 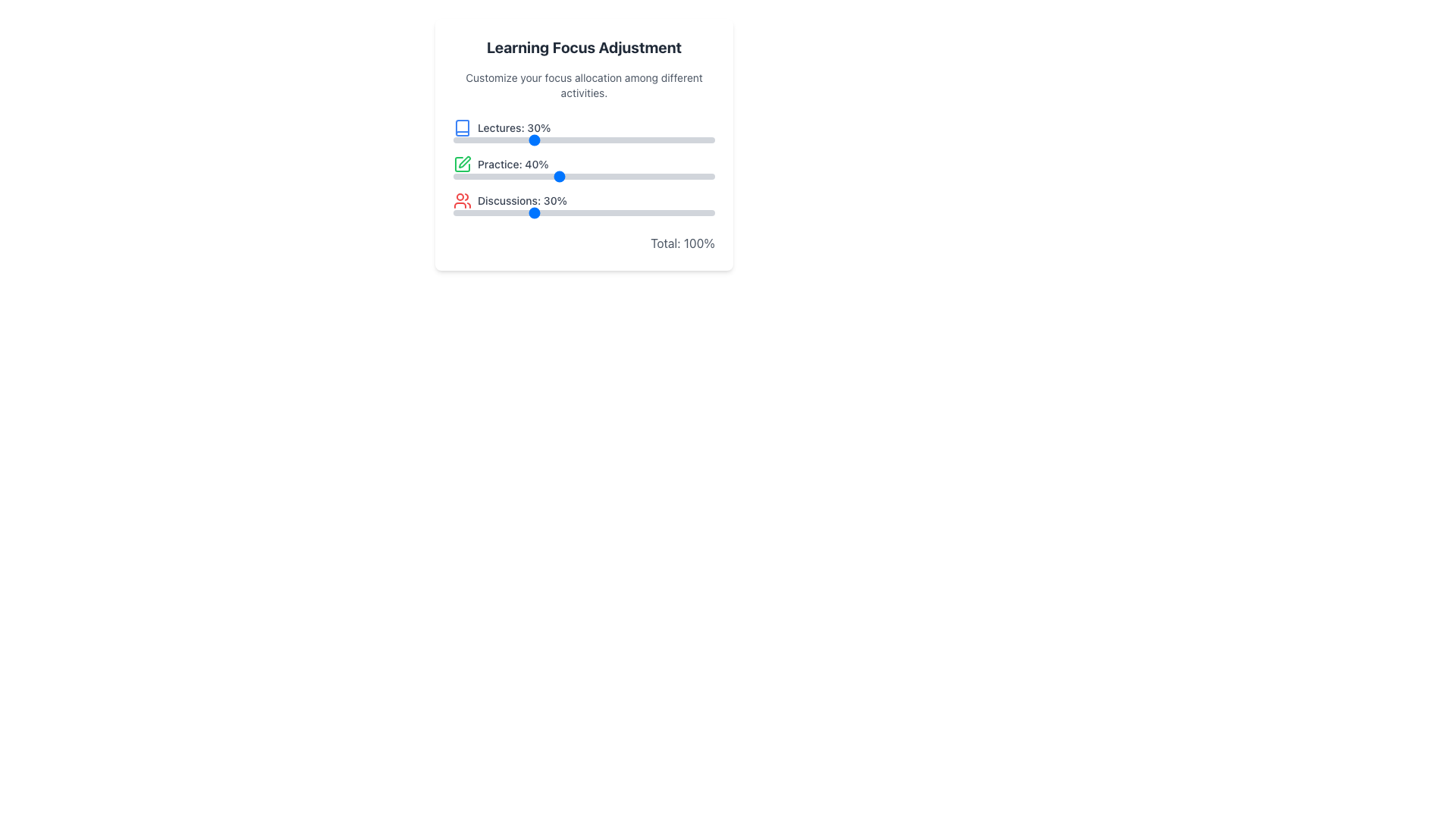 I want to click on the track of the Range Slider located beneath the 'Discussions: 30%' label to set a value, so click(x=583, y=213).